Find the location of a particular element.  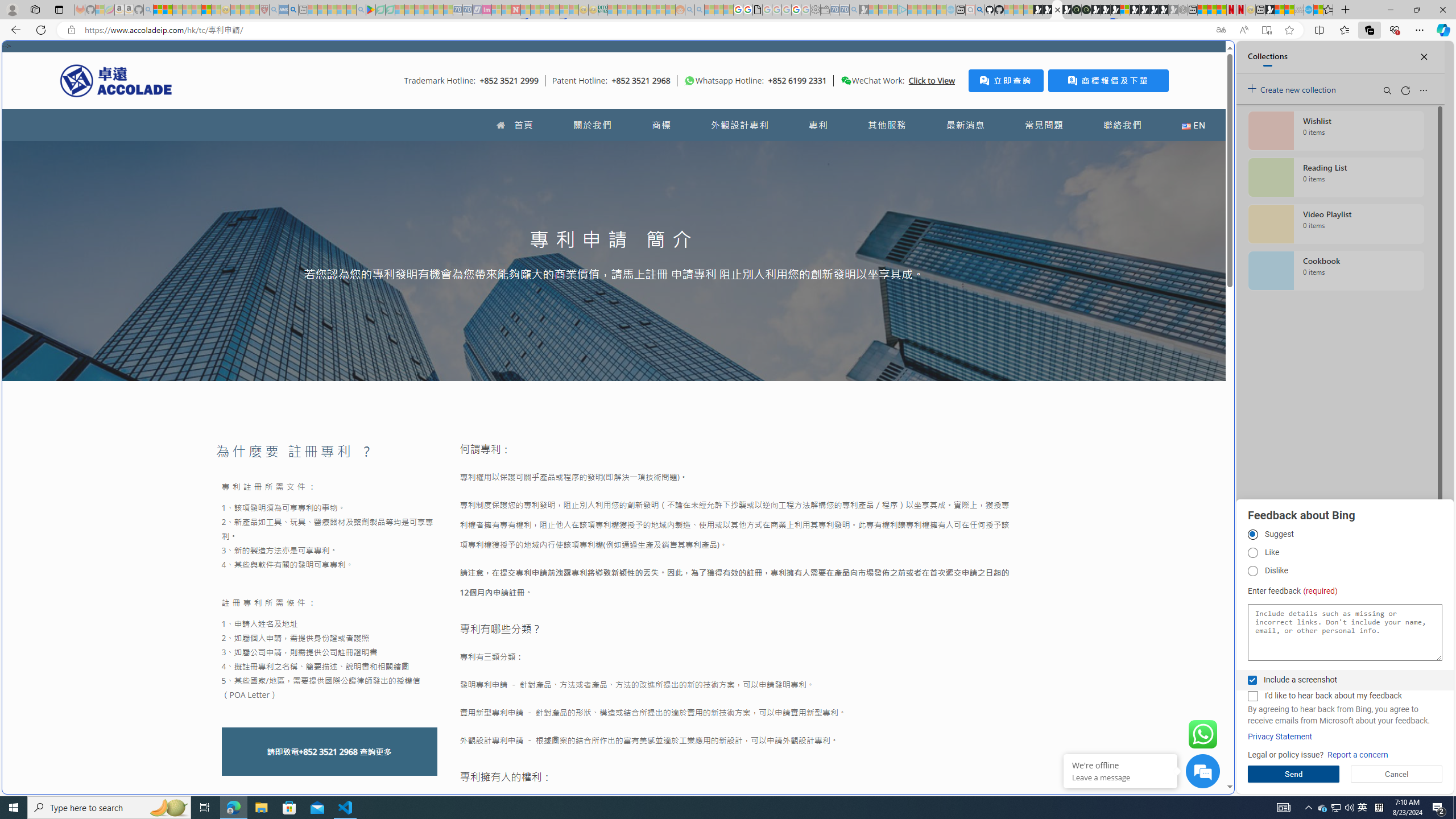

'Close split screen' is located at coordinates (1207, 57).